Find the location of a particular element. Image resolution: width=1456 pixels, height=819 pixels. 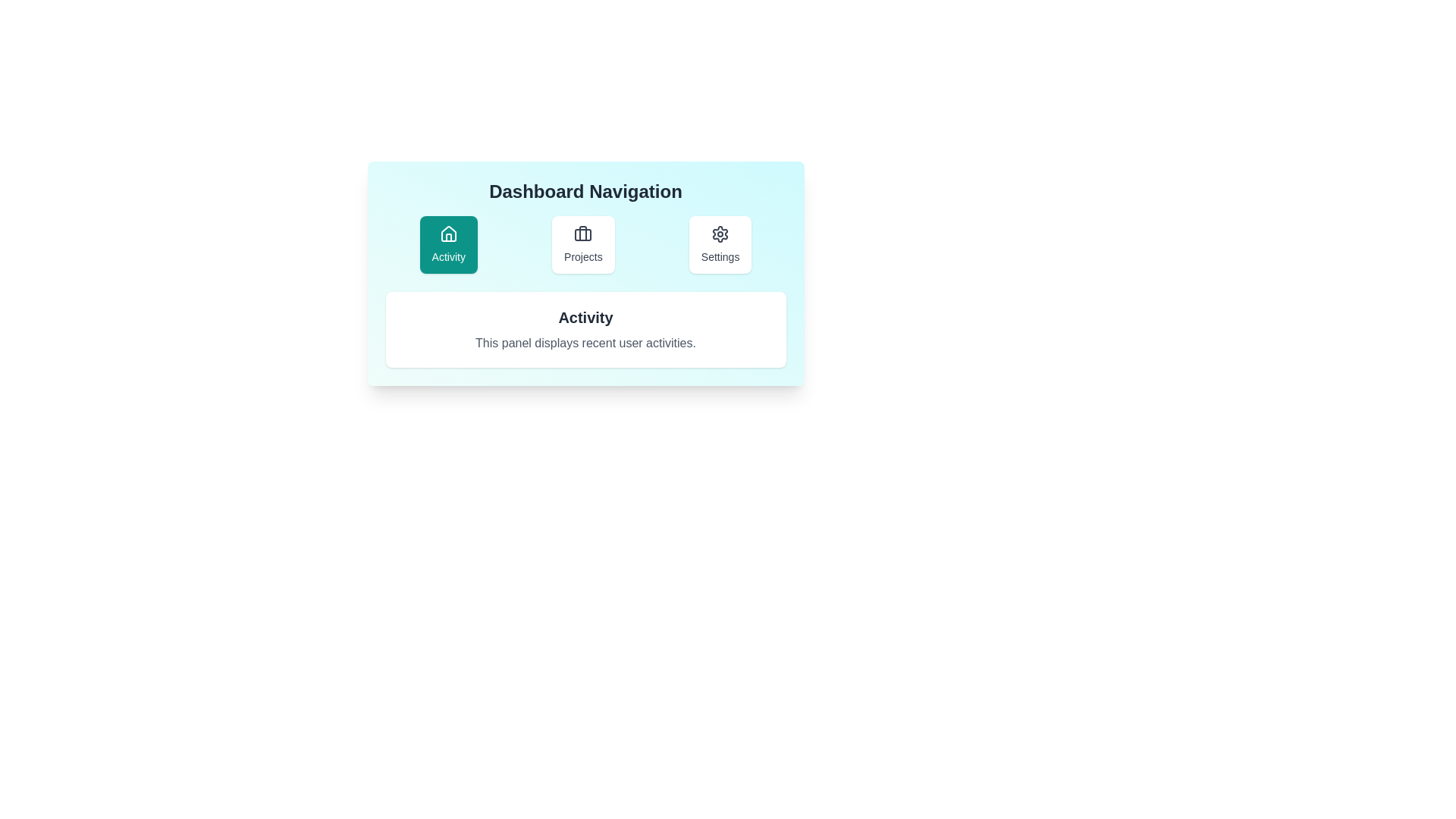

the 'Projects' button in the Navigation Bar located below the 'Dashboard Navigation' heading is located at coordinates (585, 244).